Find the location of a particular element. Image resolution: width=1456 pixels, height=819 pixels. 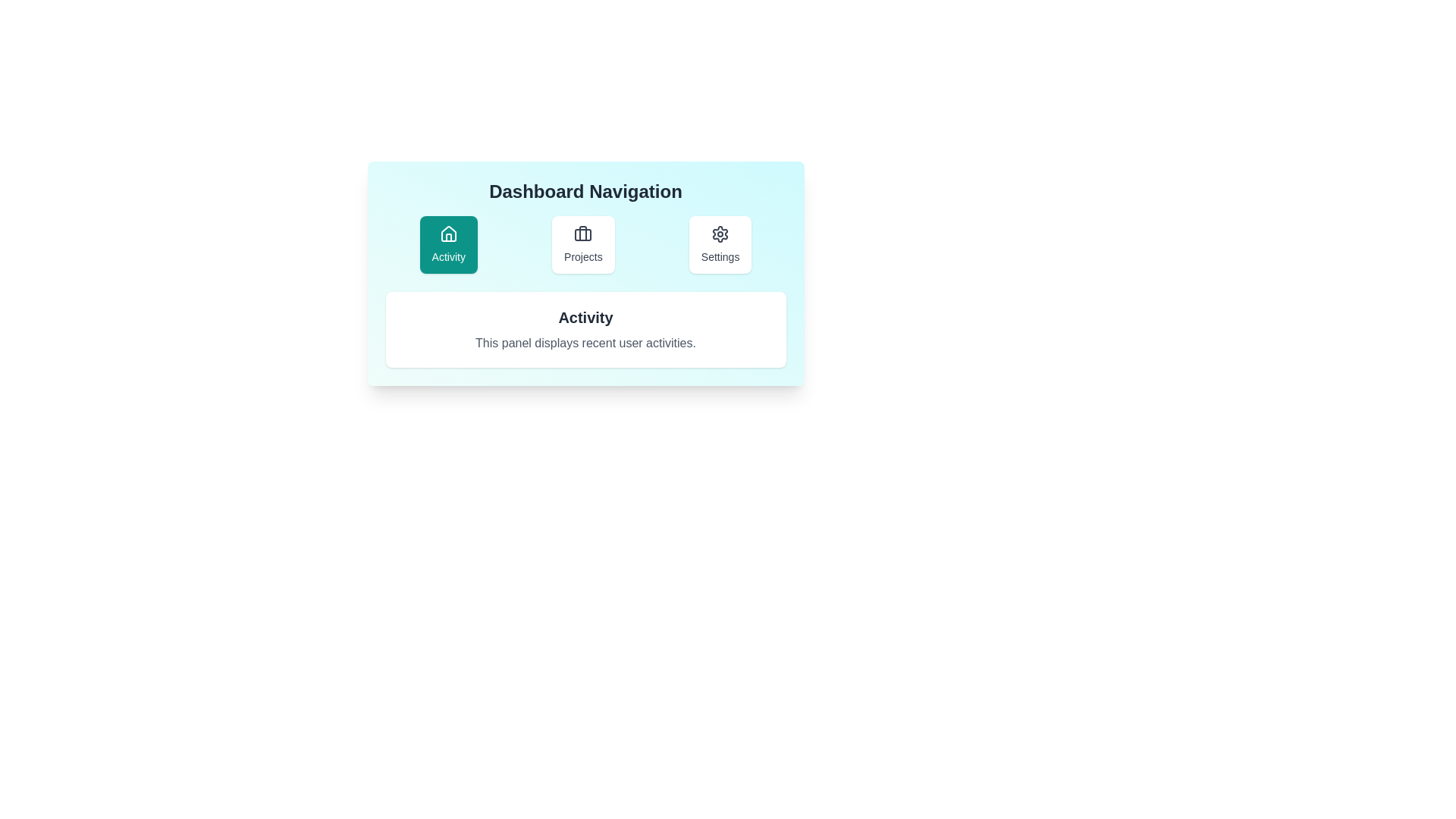

the 'Projects' button in the Navigation Bar located below the 'Dashboard Navigation' heading is located at coordinates (585, 244).